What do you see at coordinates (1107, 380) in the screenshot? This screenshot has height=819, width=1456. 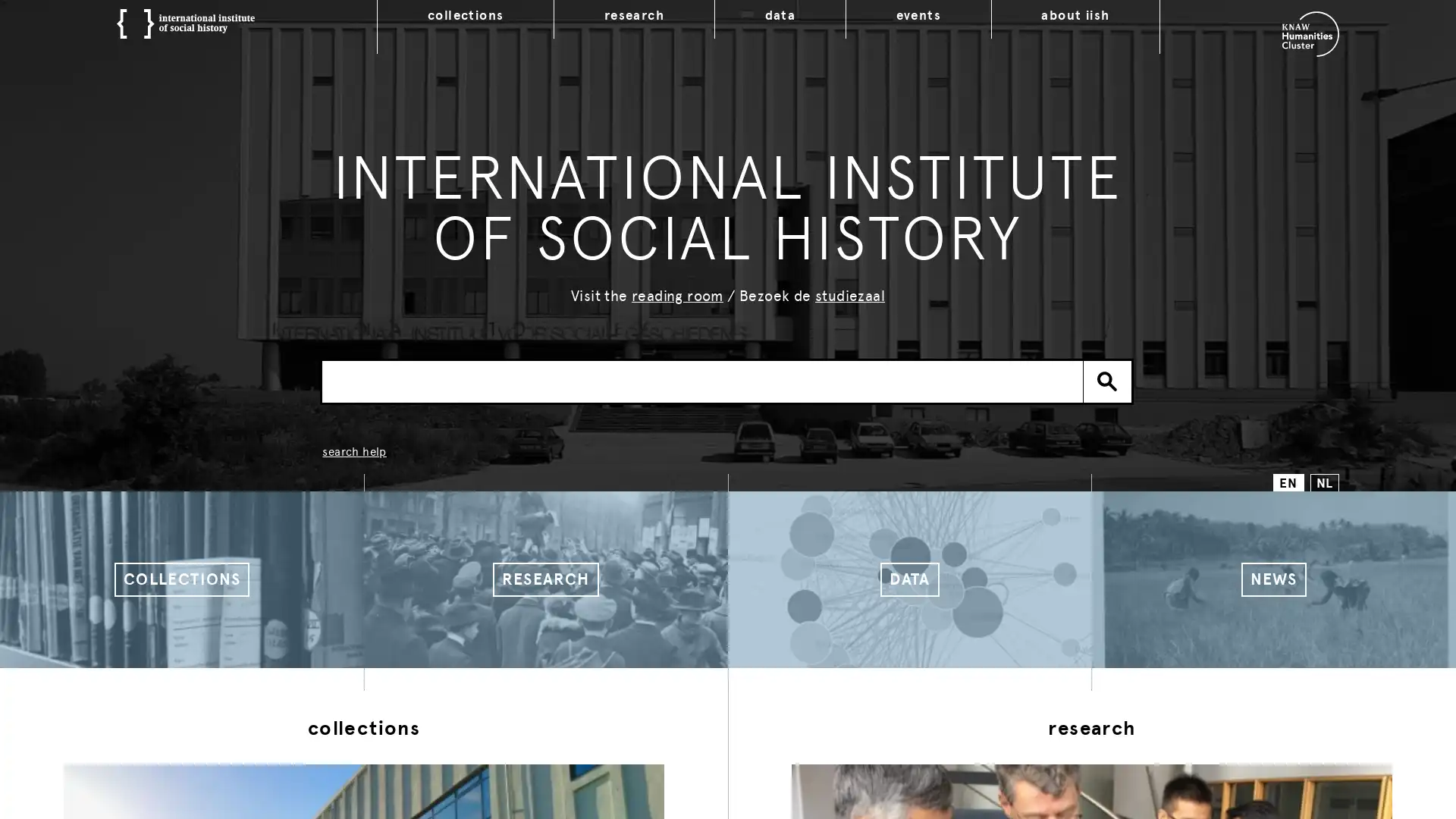 I see `Search` at bounding box center [1107, 380].